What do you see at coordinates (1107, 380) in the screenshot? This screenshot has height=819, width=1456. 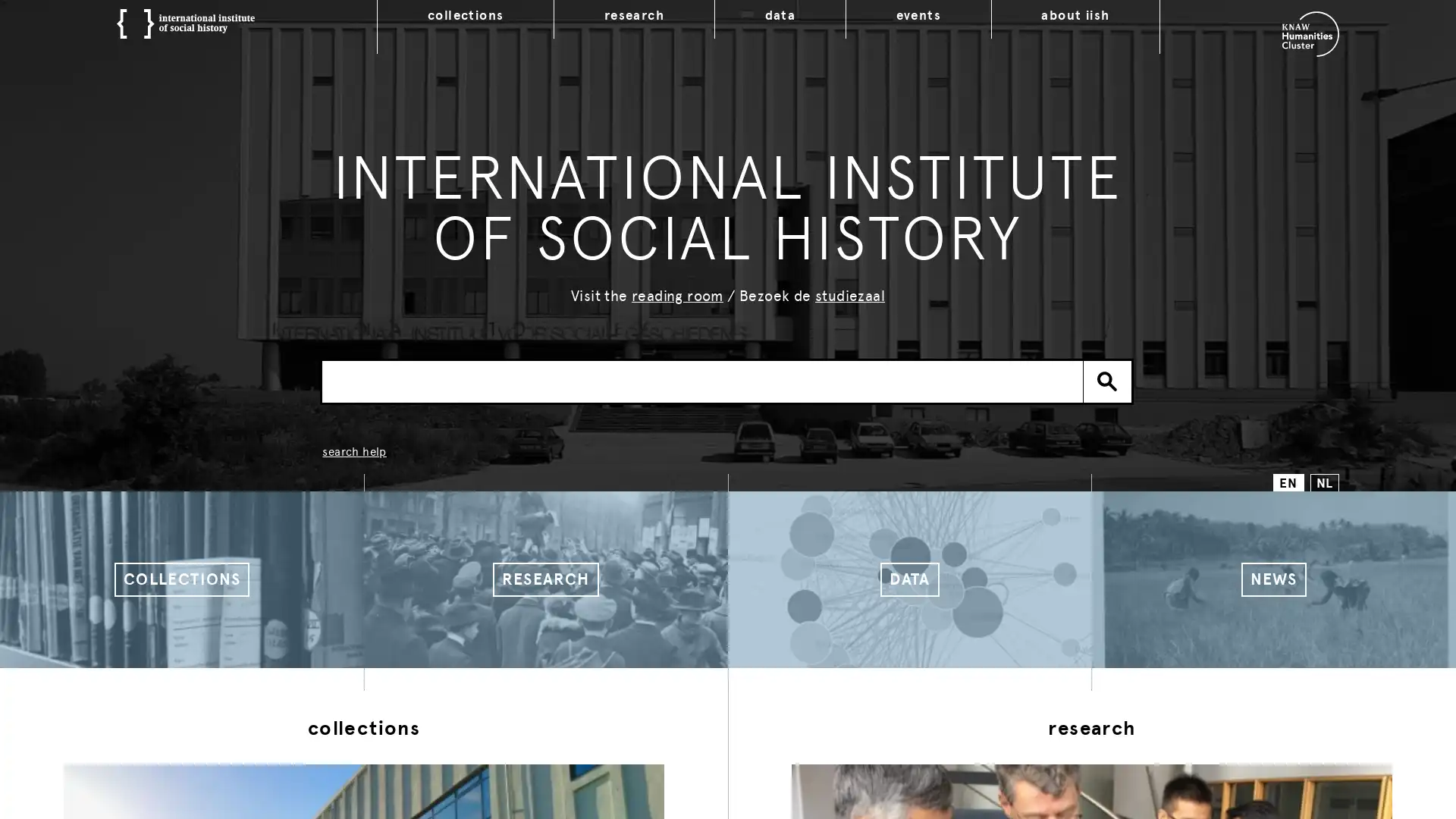 I see `Search` at bounding box center [1107, 380].